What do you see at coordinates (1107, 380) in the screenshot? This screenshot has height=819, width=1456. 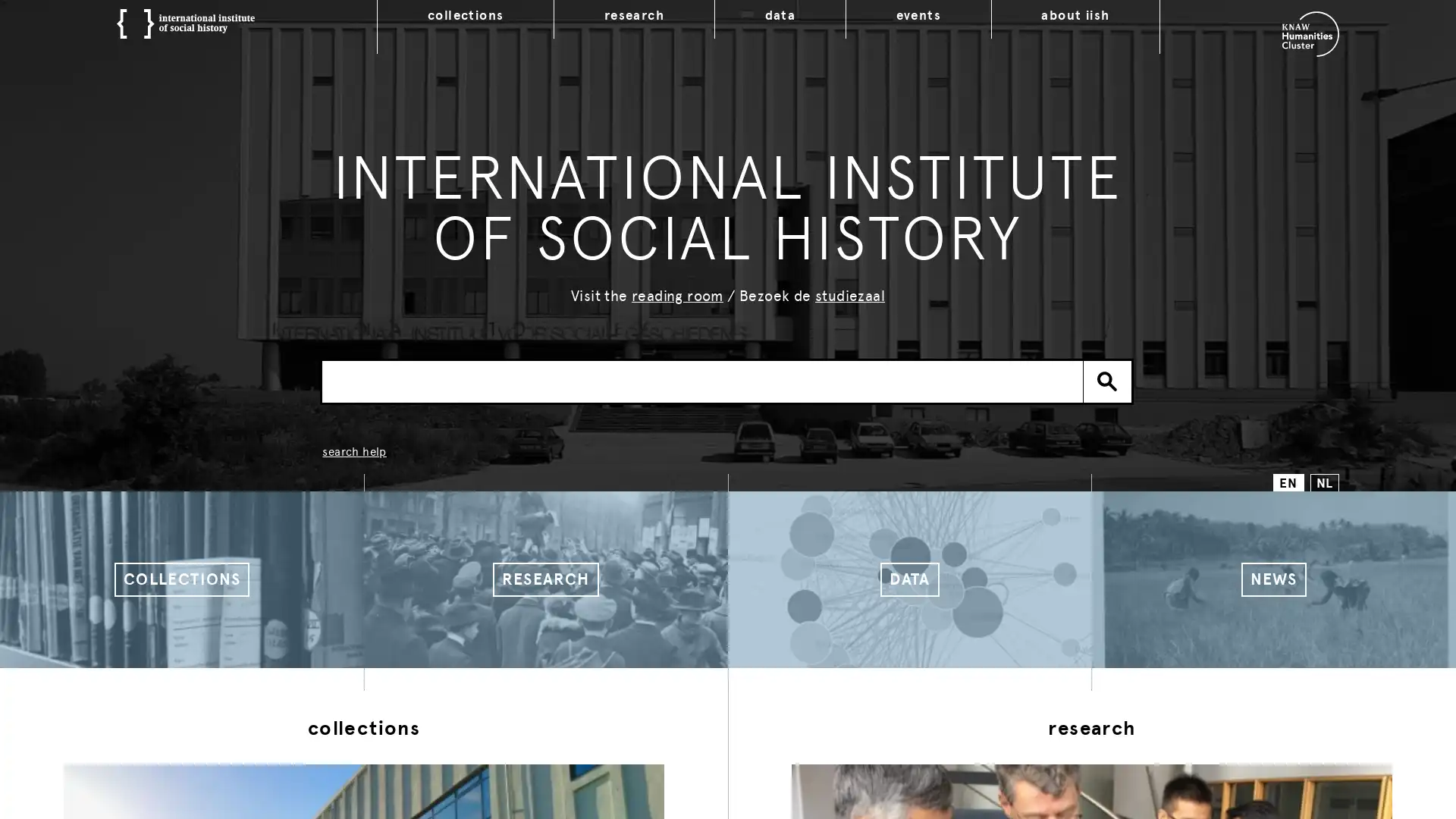 I see `Search` at bounding box center [1107, 380].